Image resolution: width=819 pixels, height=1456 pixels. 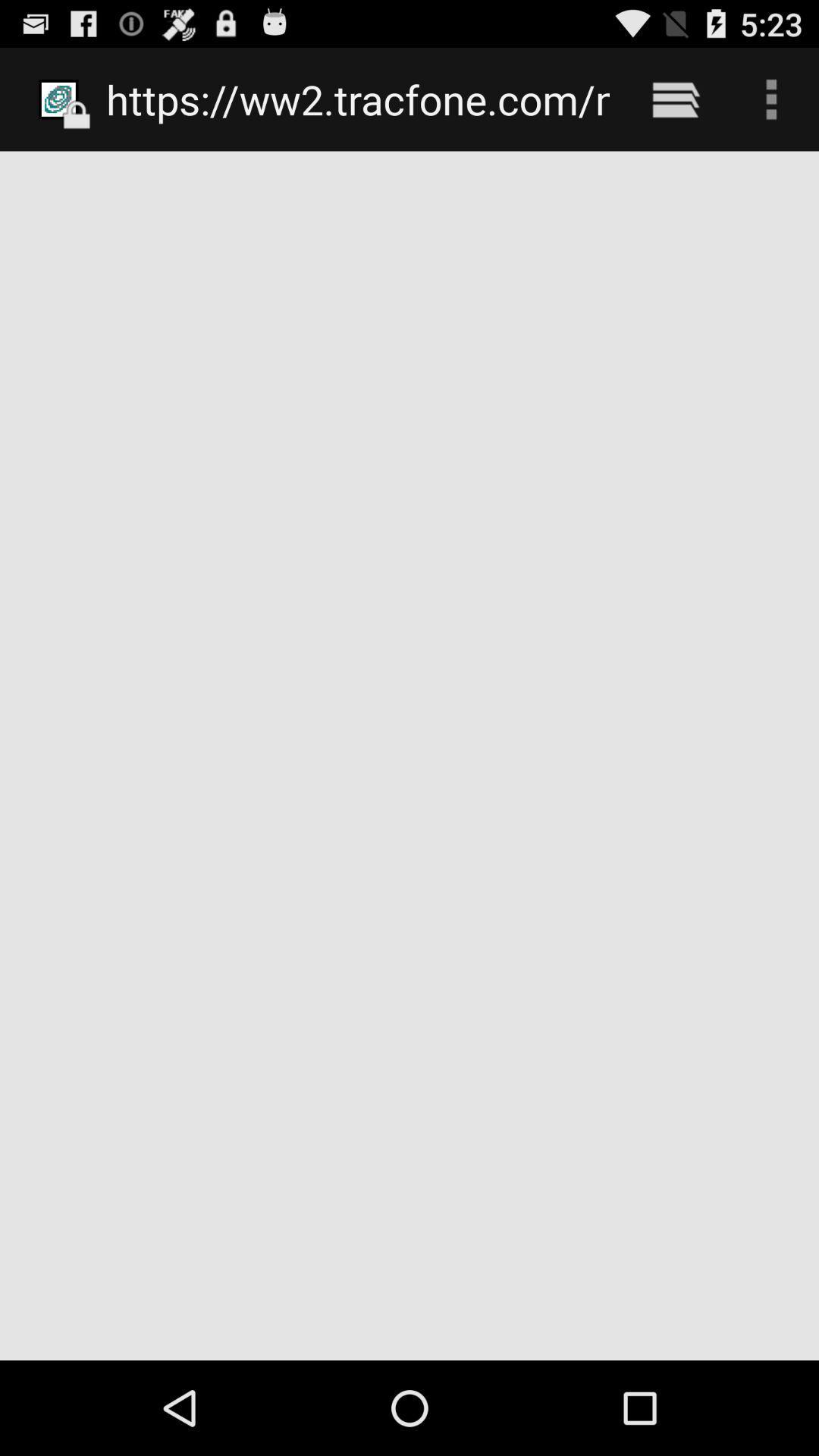 I want to click on the https ww2 tracfone item, so click(x=358, y=99).